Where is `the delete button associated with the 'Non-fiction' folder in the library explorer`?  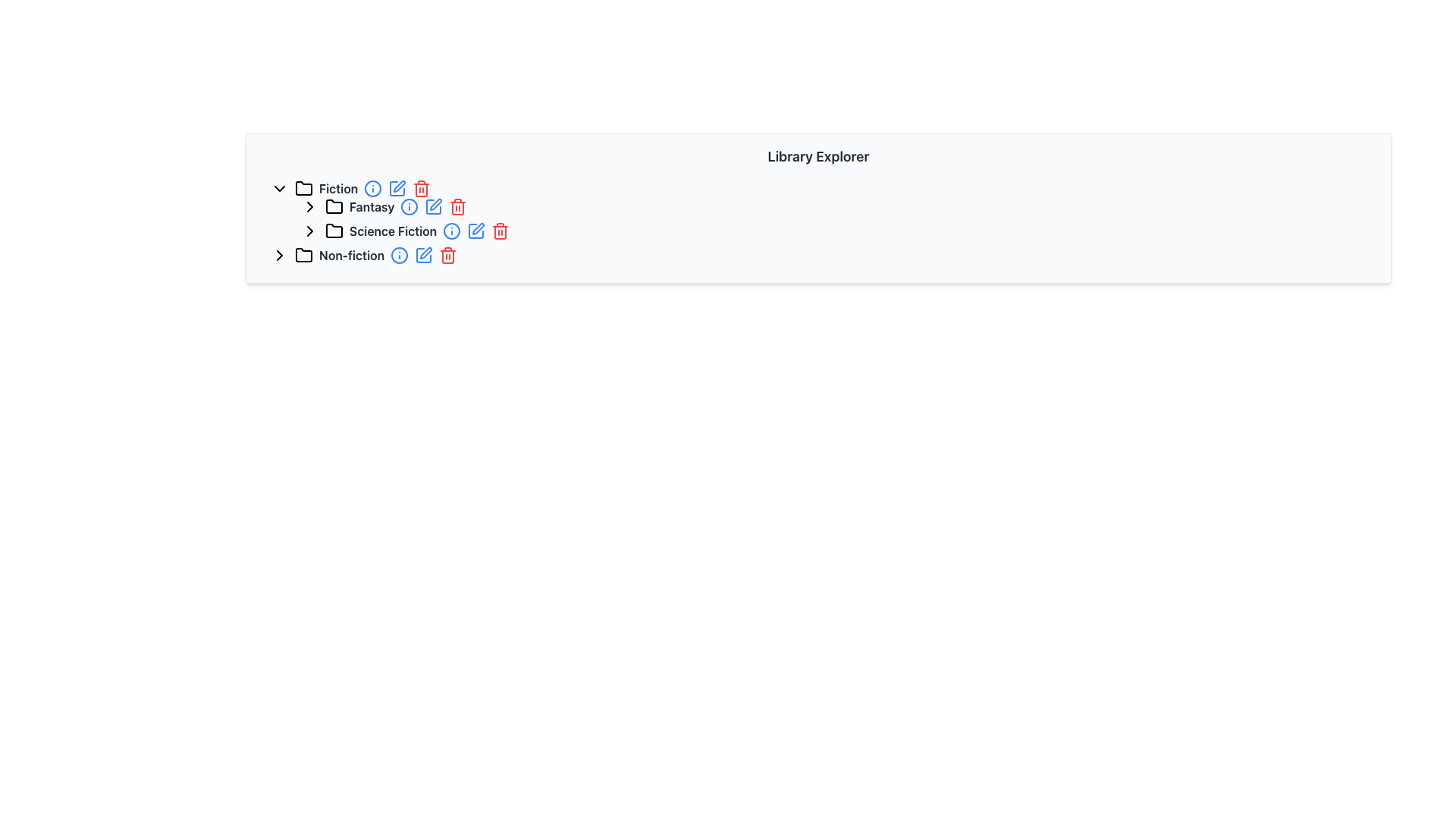 the delete button associated with the 'Non-fiction' folder in the library explorer is located at coordinates (447, 254).